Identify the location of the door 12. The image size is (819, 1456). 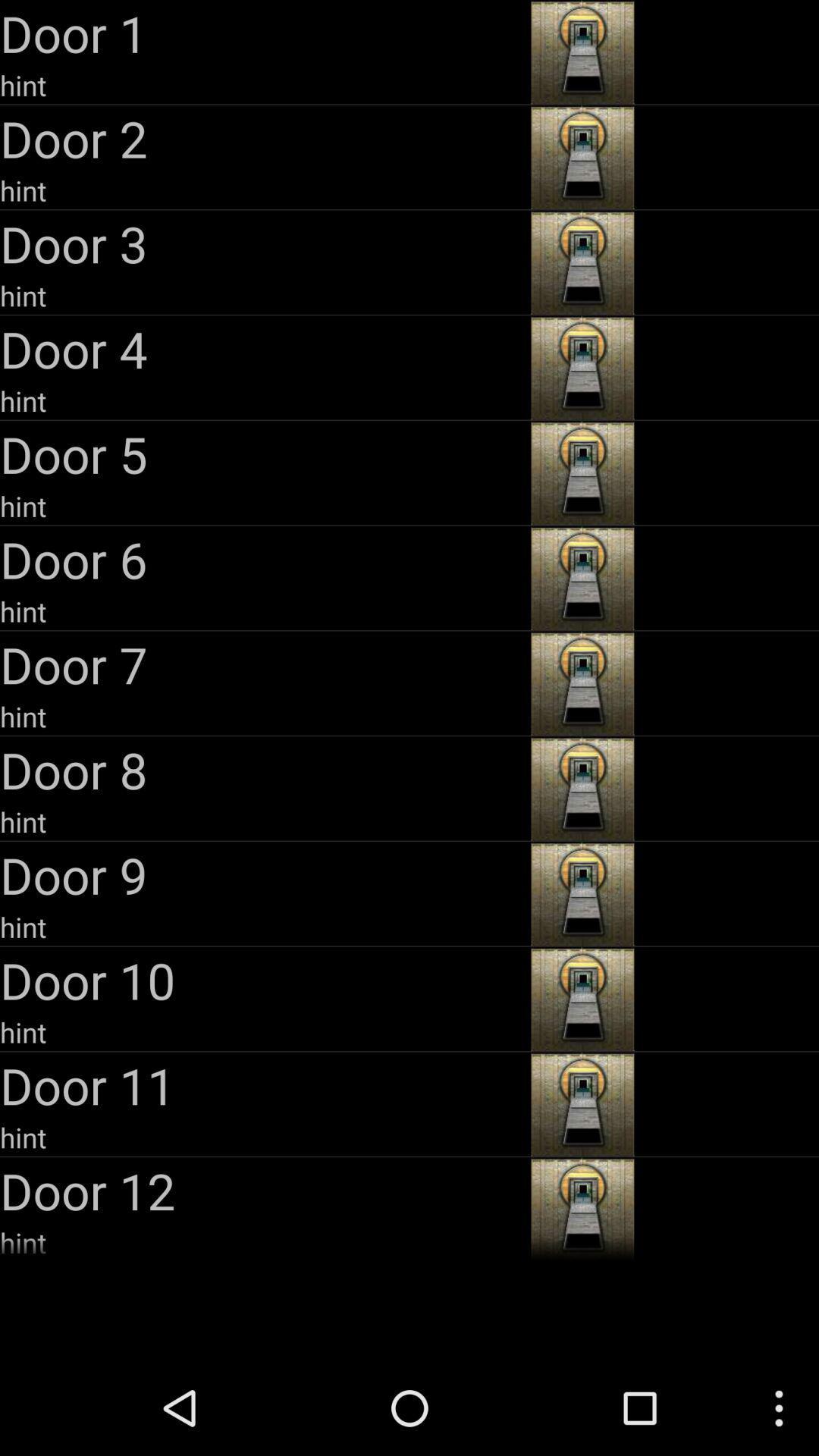
(262, 1190).